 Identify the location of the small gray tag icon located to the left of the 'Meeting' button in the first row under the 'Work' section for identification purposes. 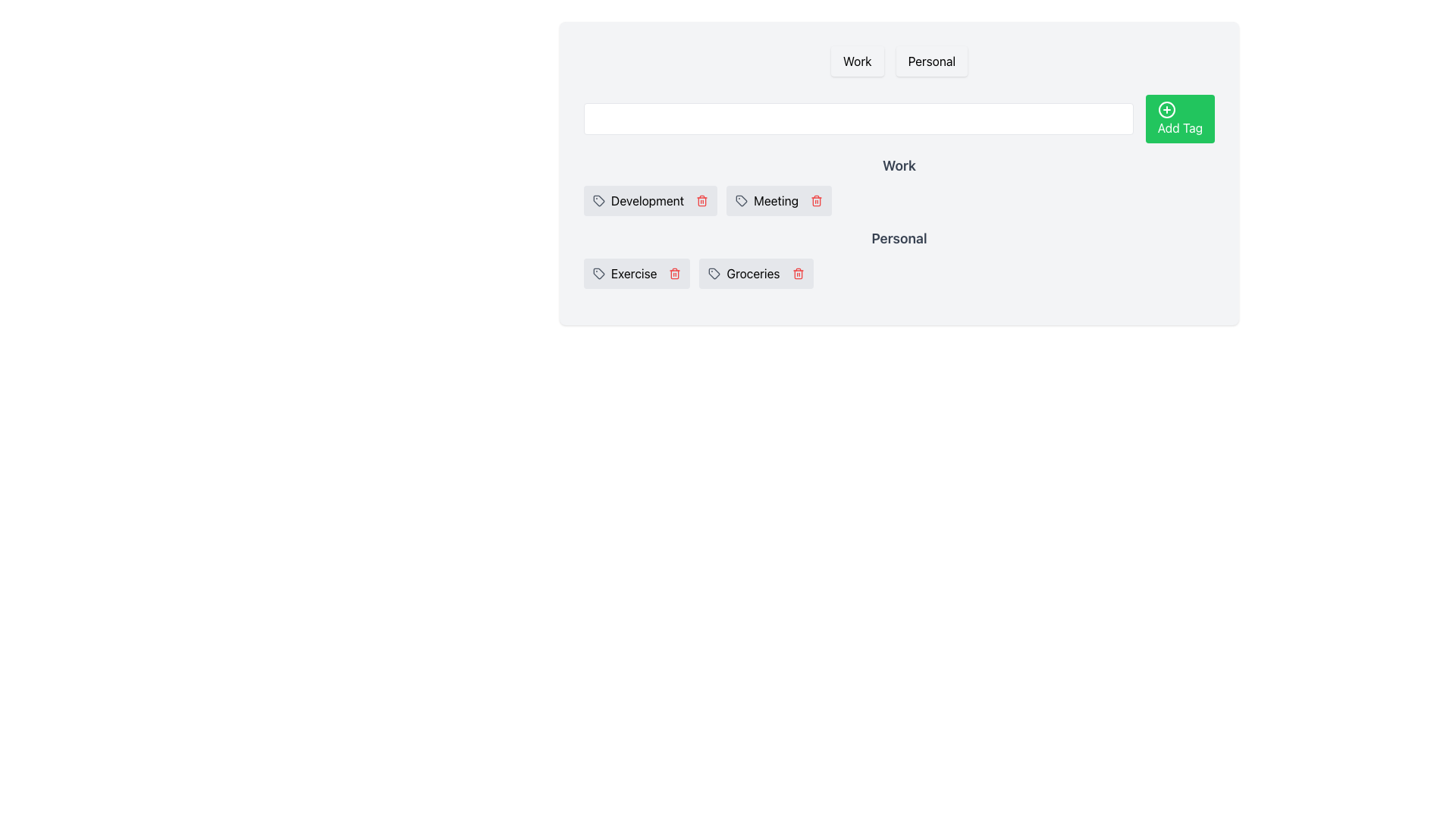
(742, 200).